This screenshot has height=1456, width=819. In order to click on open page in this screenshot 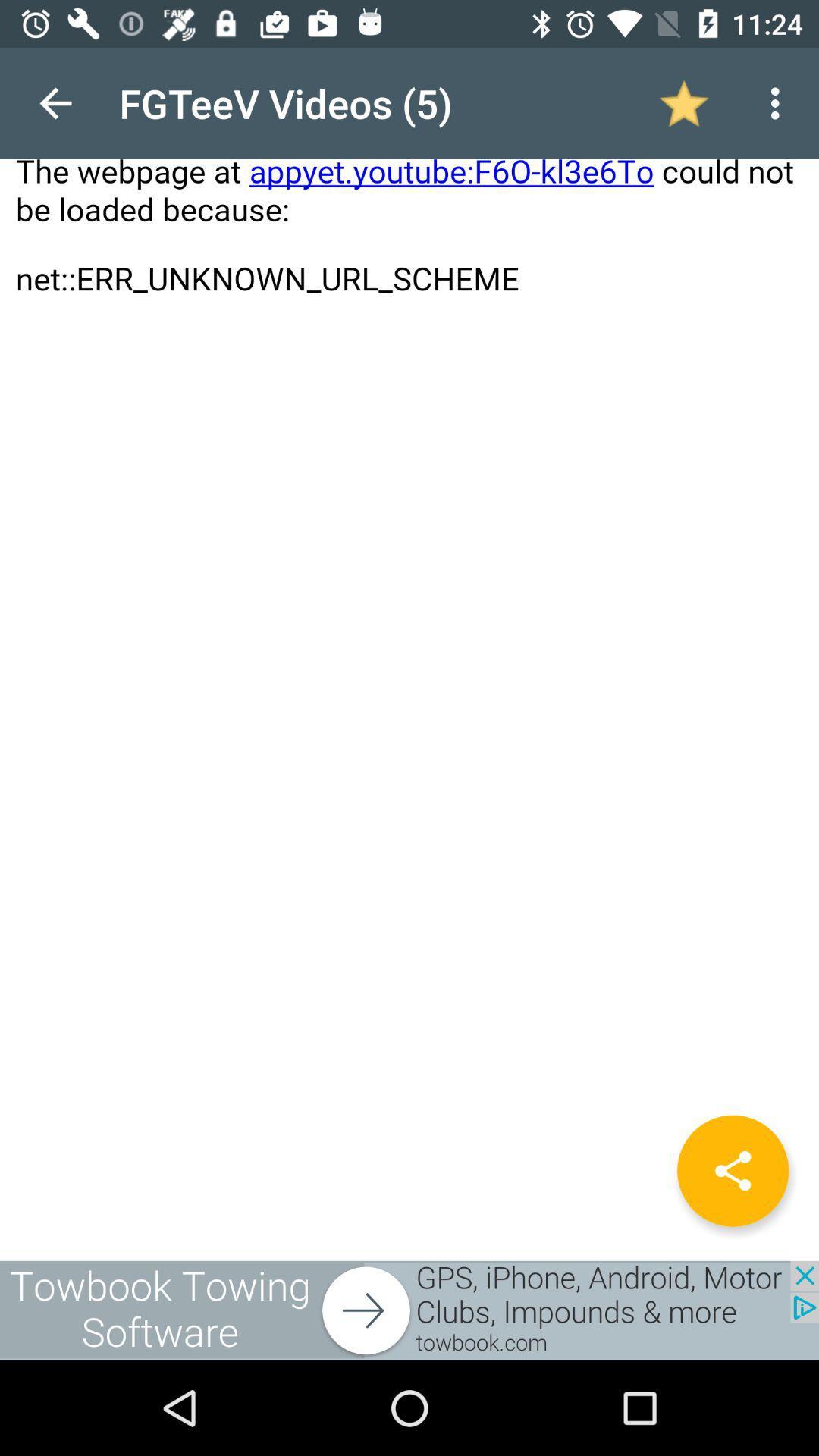, I will do `click(409, 654)`.